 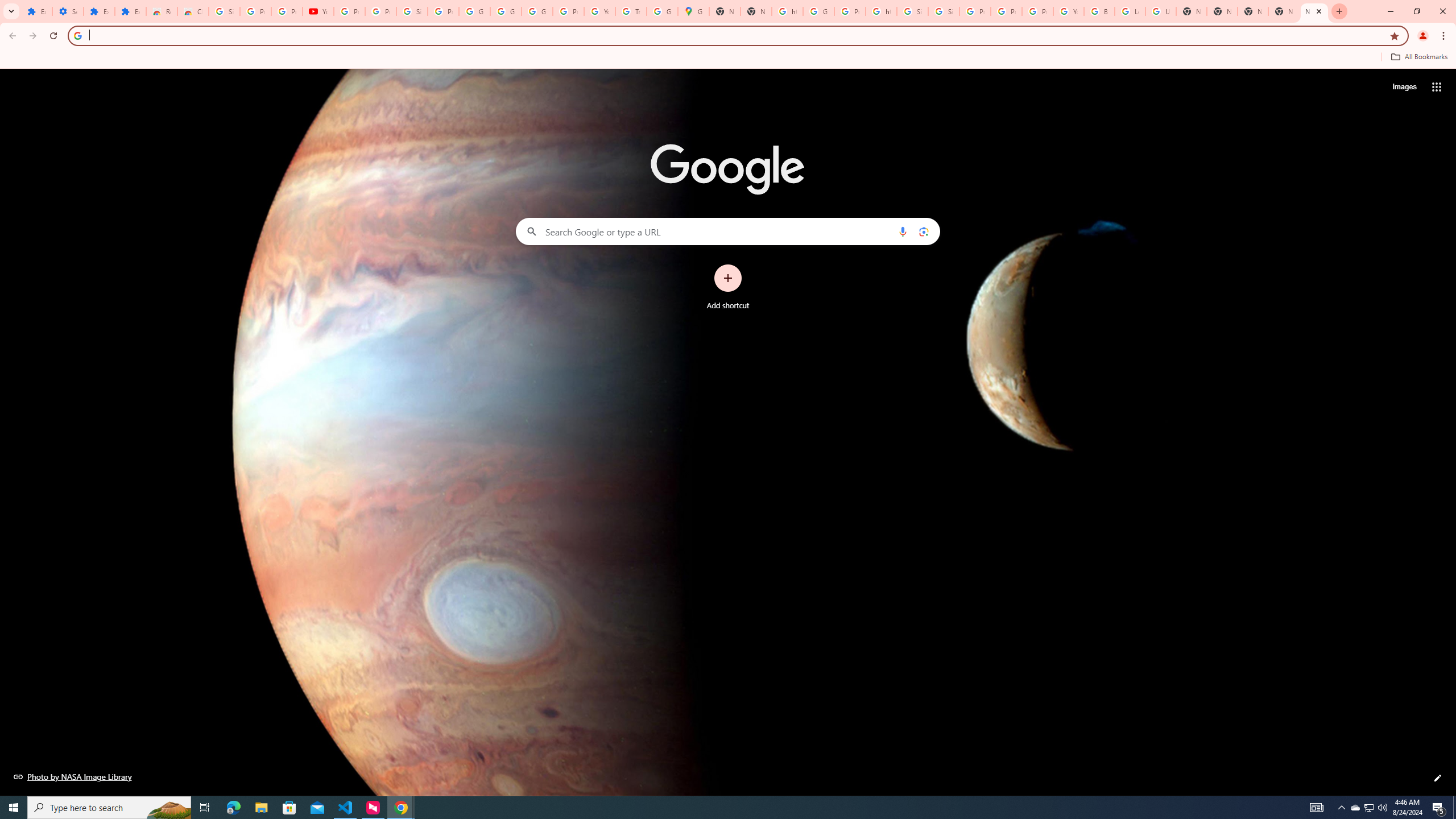 What do you see at coordinates (1099, 11) in the screenshot?
I see `'Browse Chrome as a guest - Computer - Google Chrome Help'` at bounding box center [1099, 11].